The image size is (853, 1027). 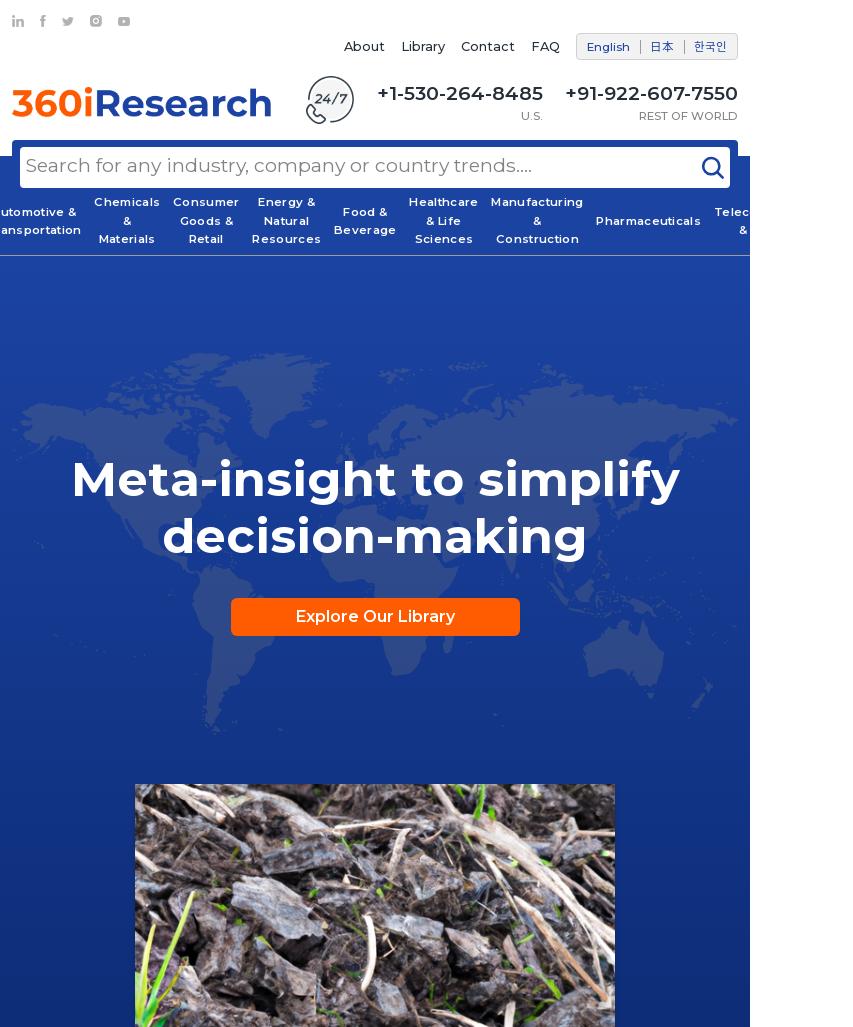 What do you see at coordinates (687, 116) in the screenshot?
I see `'REST OF WORLD'` at bounding box center [687, 116].